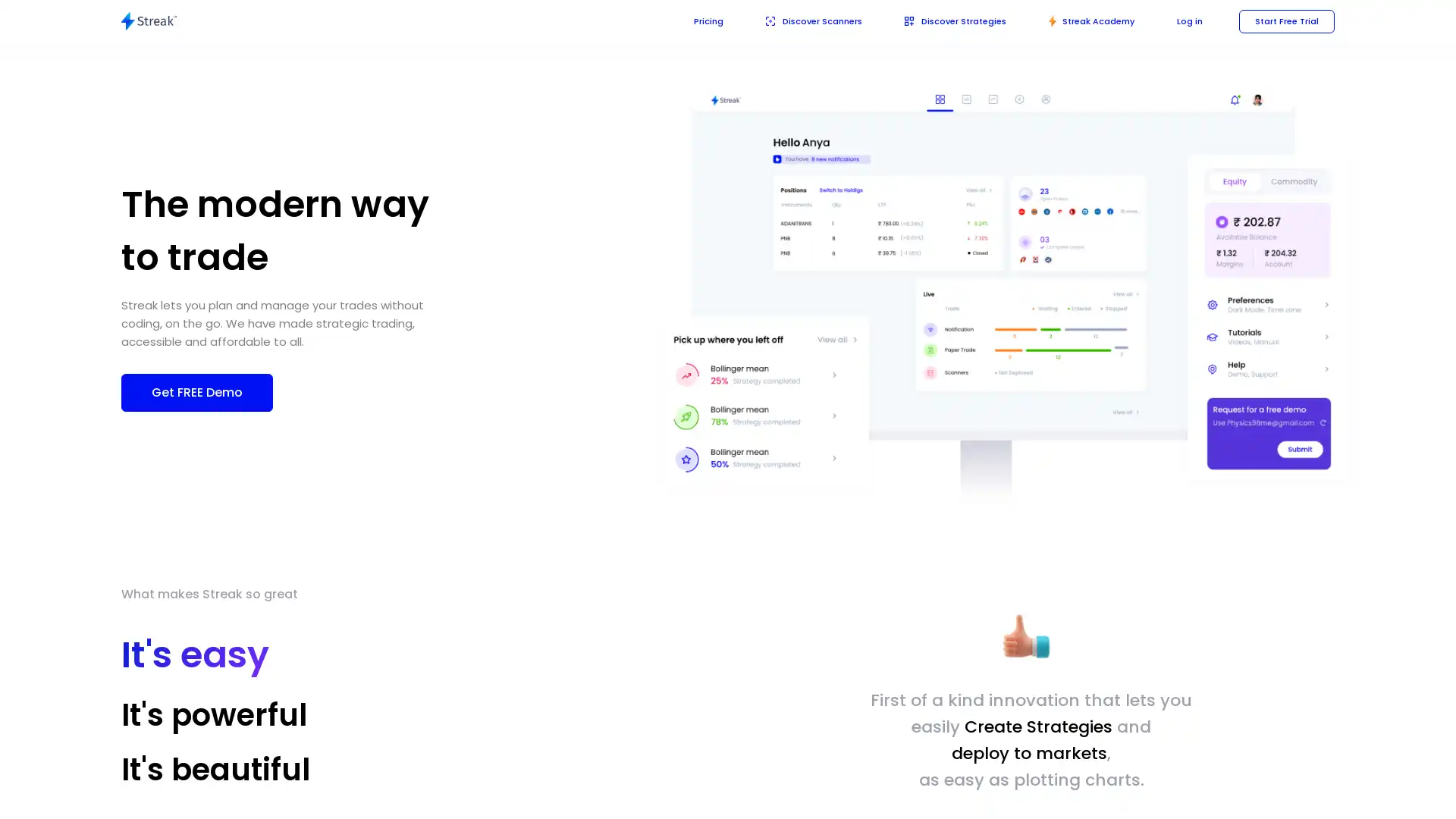  I want to click on It's easy, so click(182, 648).